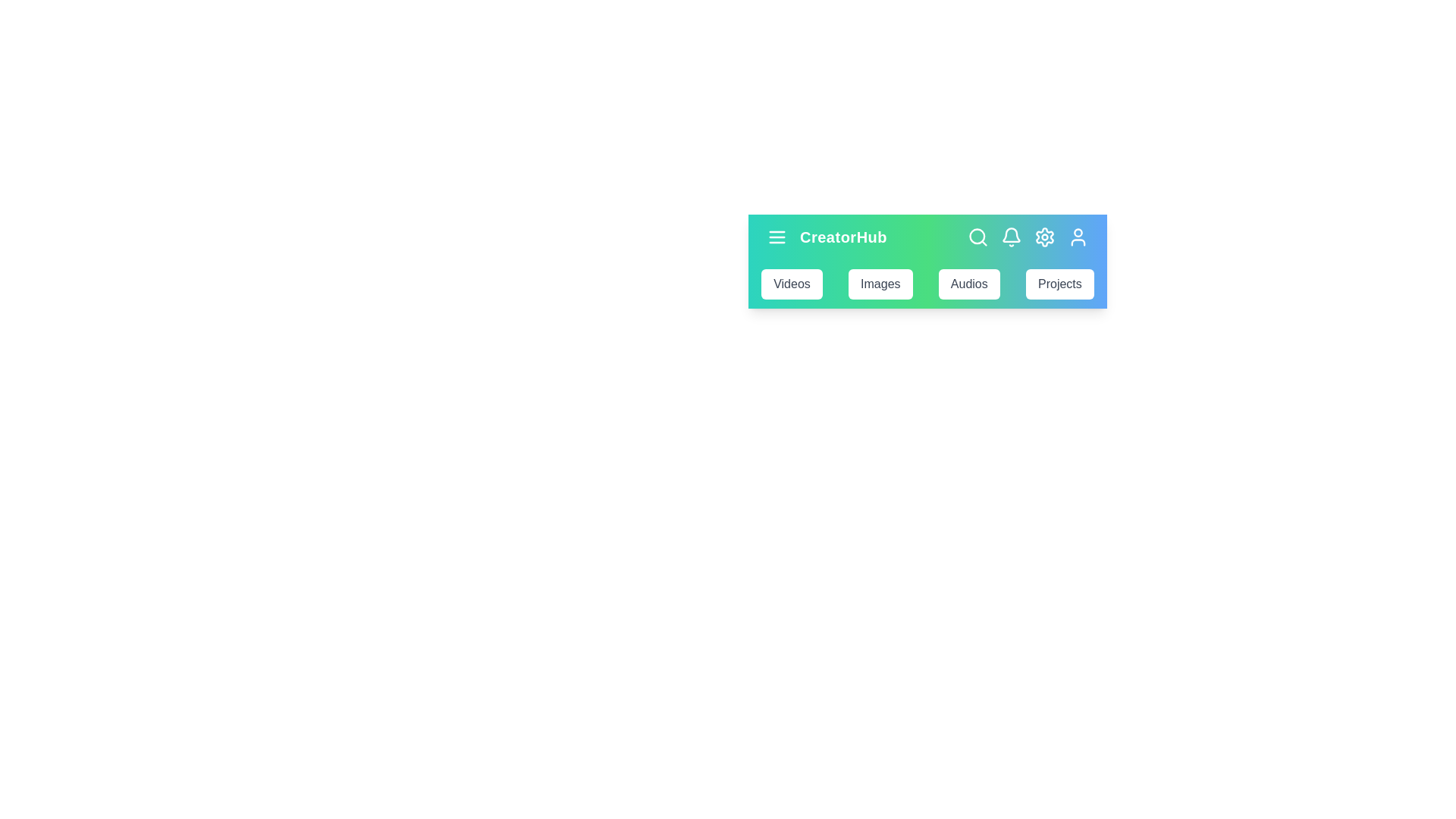 This screenshot has width=1456, height=819. Describe the element at coordinates (968, 284) in the screenshot. I see `the Audios button to navigate to the respective section` at that location.